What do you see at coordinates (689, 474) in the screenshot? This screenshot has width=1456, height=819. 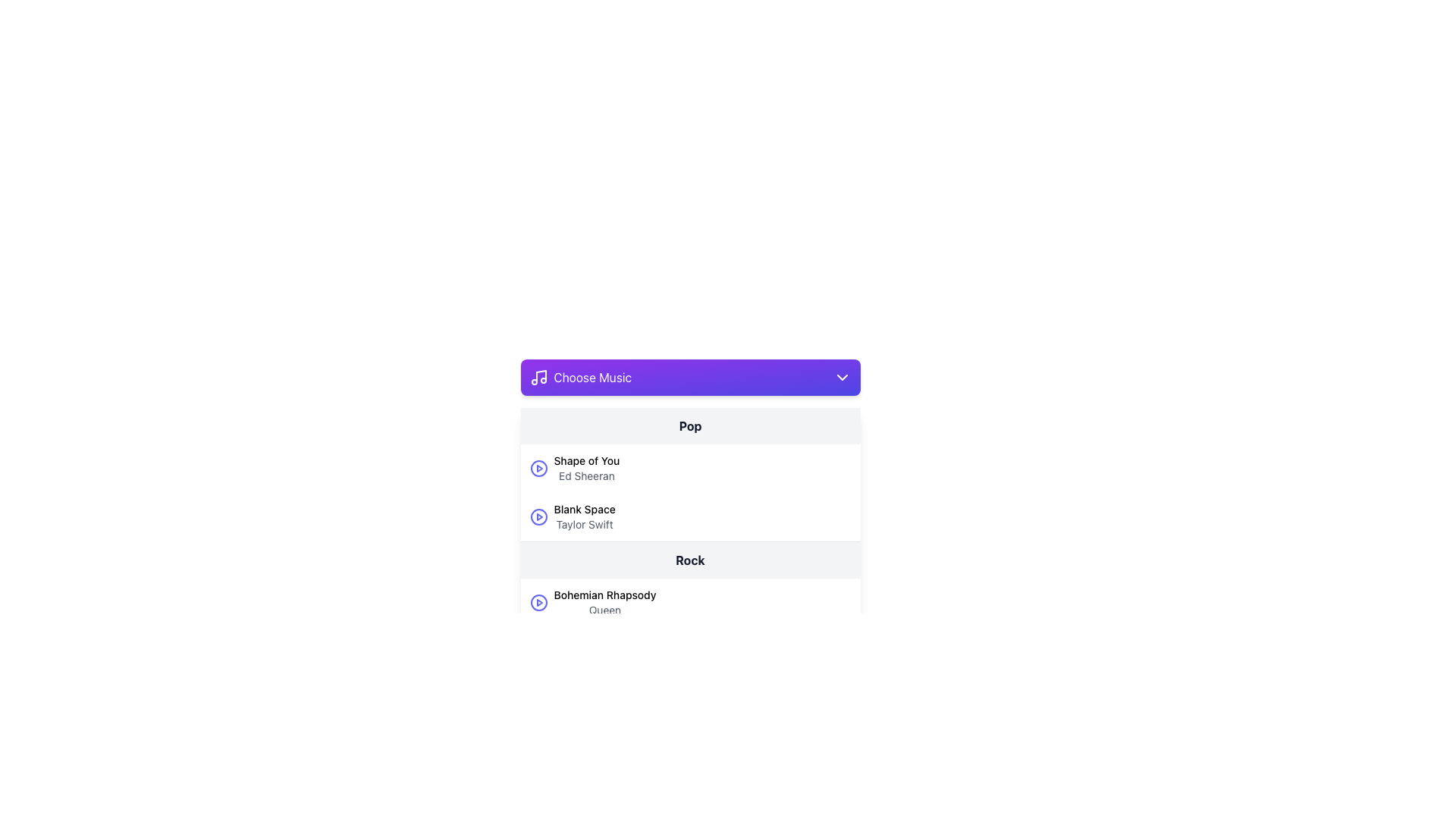 I see `the music track list box under the 'Pop' category` at bounding box center [689, 474].